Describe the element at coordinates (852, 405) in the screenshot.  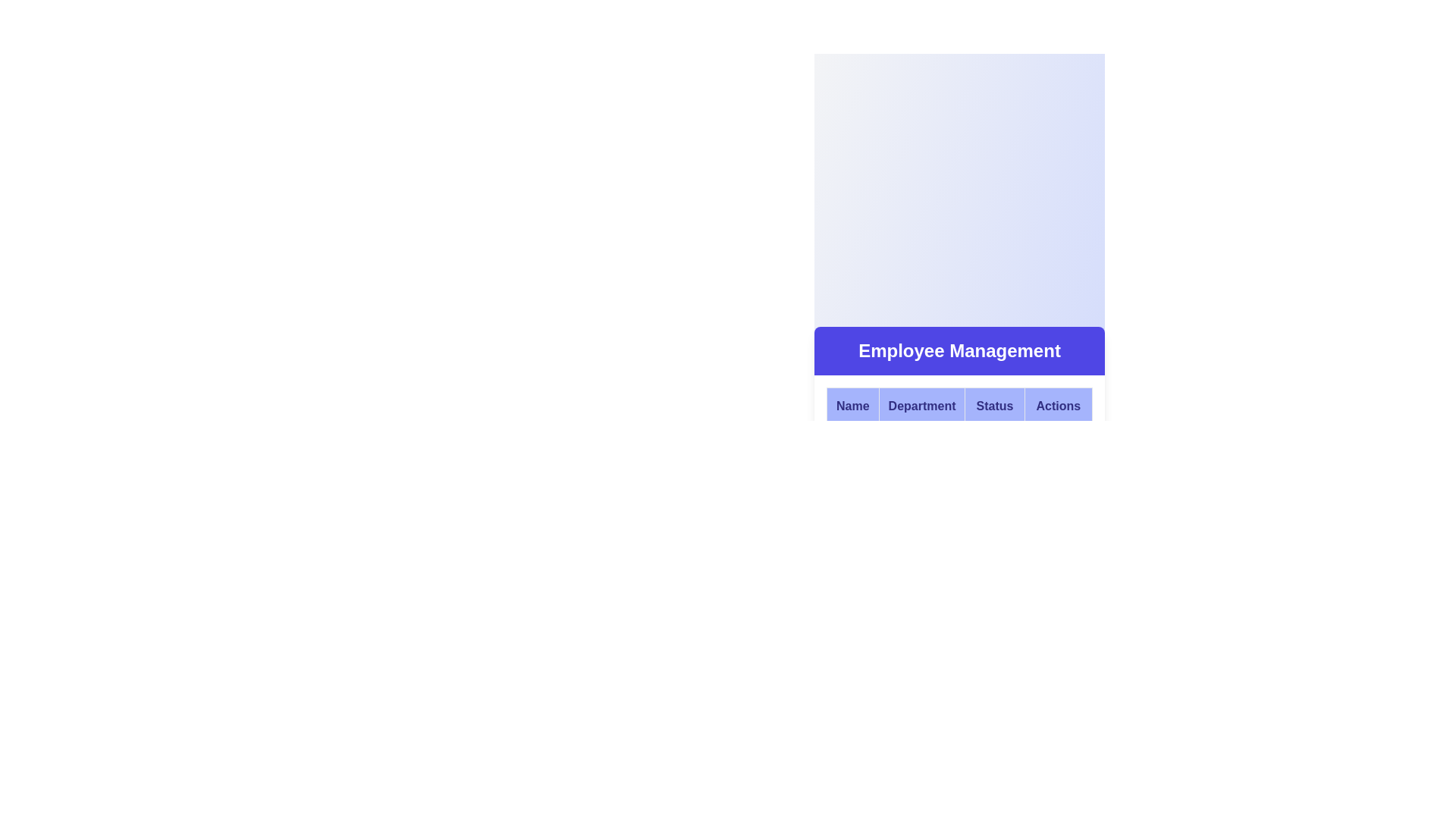
I see `text content of the 'Name' column header located at the far left of the row under the 'Employee Management' header` at that location.